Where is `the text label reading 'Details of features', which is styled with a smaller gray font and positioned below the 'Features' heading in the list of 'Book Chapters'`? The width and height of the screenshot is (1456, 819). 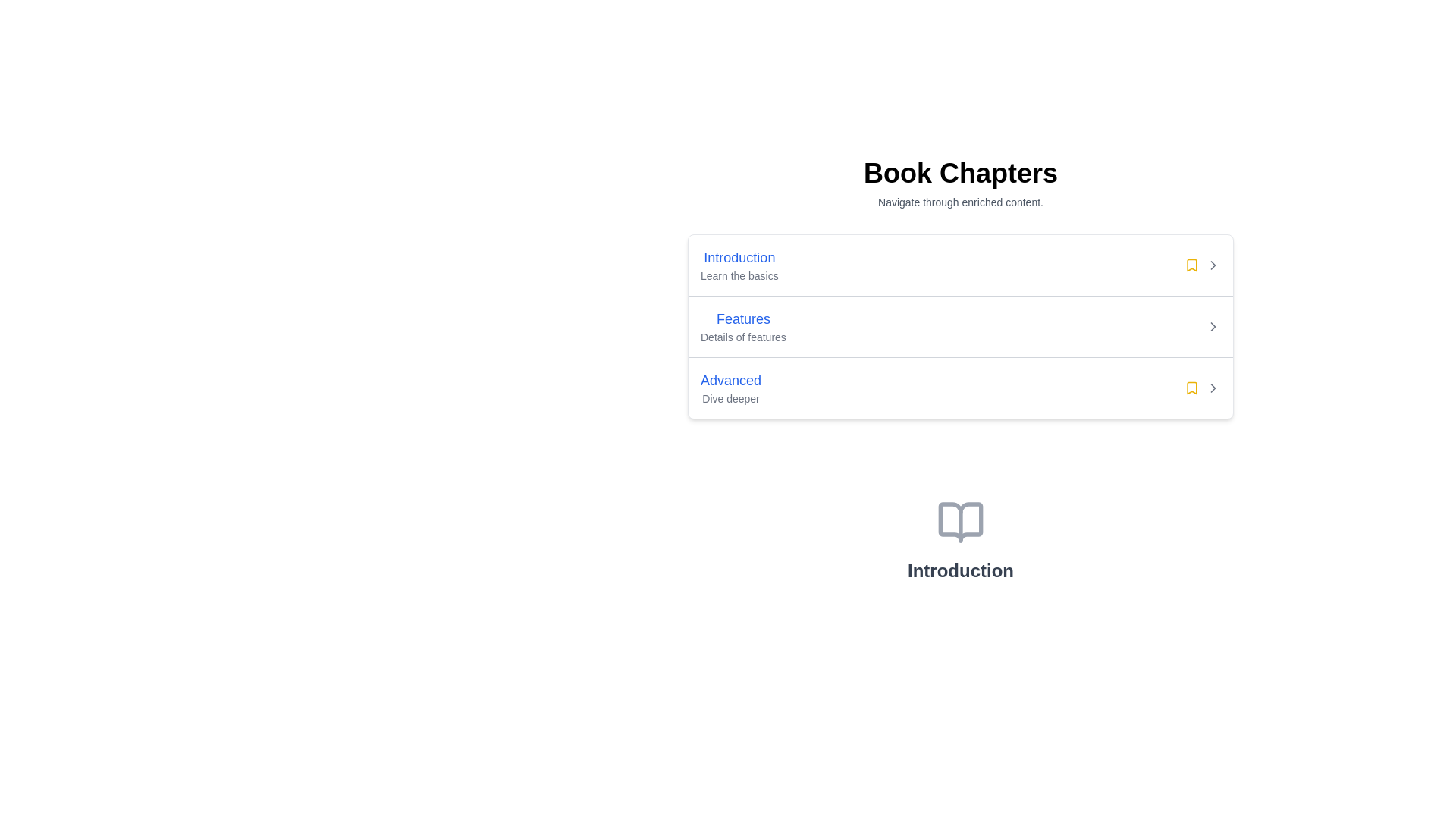
the text label reading 'Details of features', which is styled with a smaller gray font and positioned below the 'Features' heading in the list of 'Book Chapters' is located at coordinates (743, 336).